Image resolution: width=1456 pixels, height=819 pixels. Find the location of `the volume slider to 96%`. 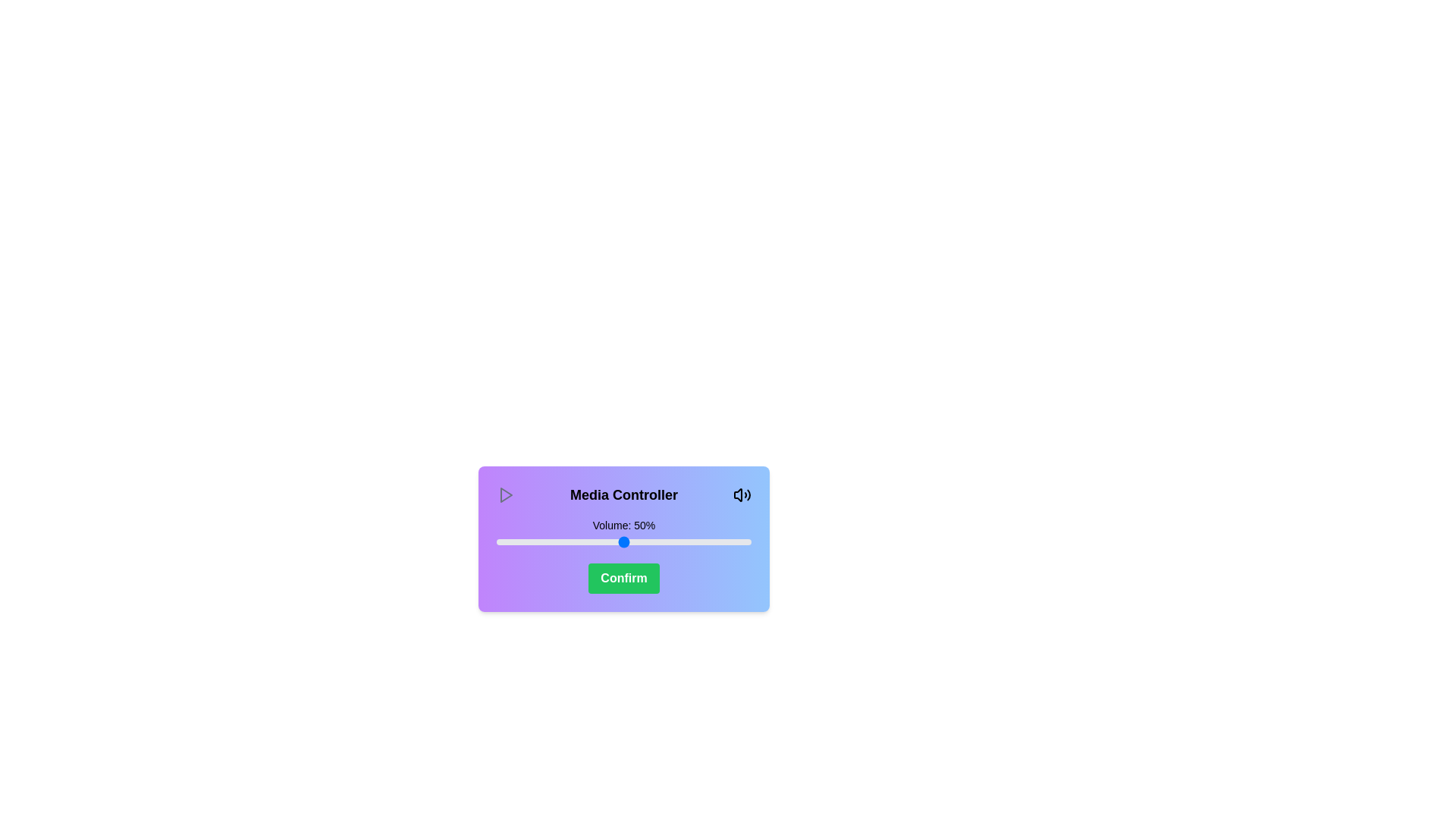

the volume slider to 96% is located at coordinates (741, 541).